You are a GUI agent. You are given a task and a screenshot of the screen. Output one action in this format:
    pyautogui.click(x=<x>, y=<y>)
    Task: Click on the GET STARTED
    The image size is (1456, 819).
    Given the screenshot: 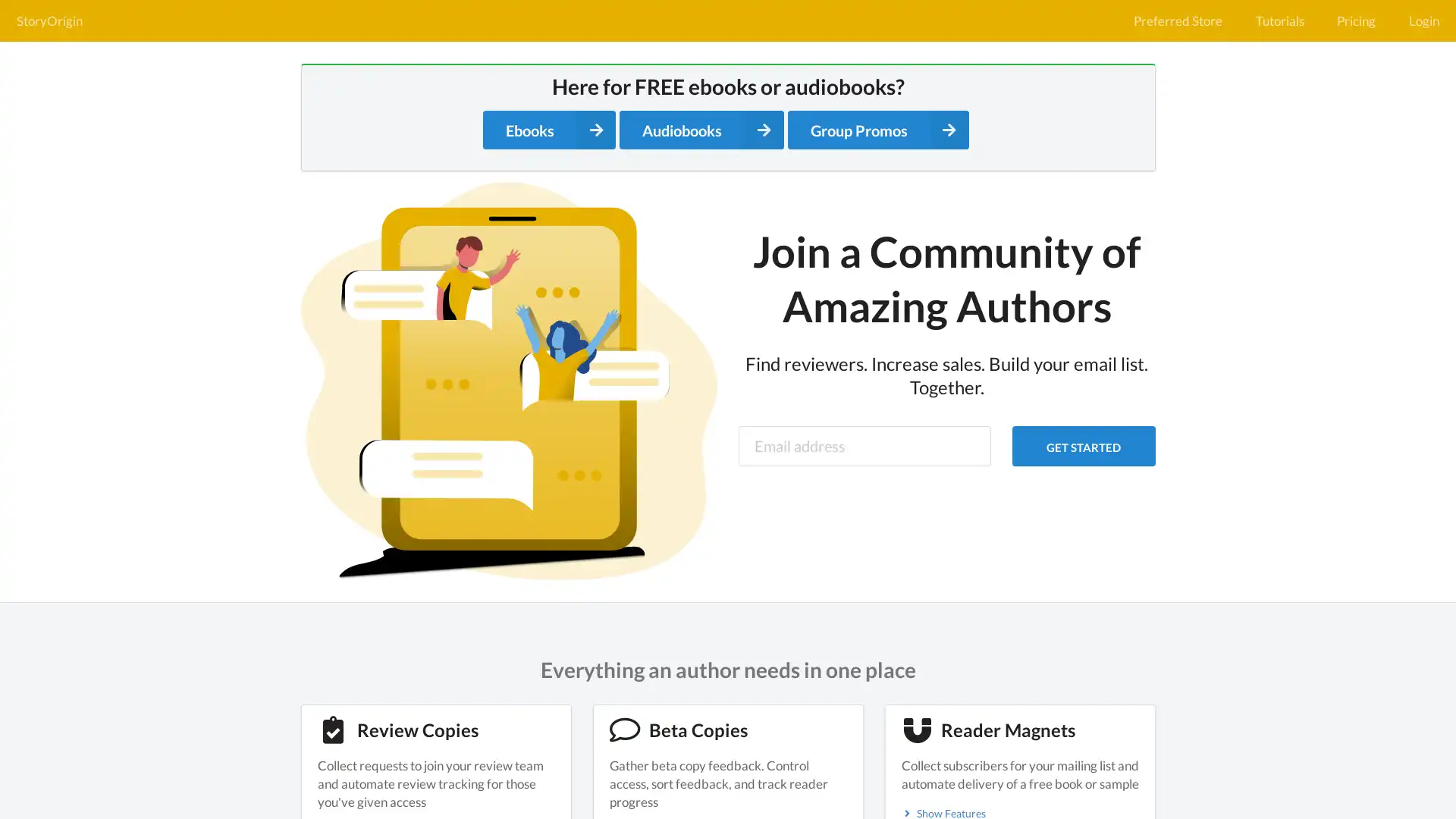 What is the action you would take?
    pyautogui.click(x=1082, y=444)
    